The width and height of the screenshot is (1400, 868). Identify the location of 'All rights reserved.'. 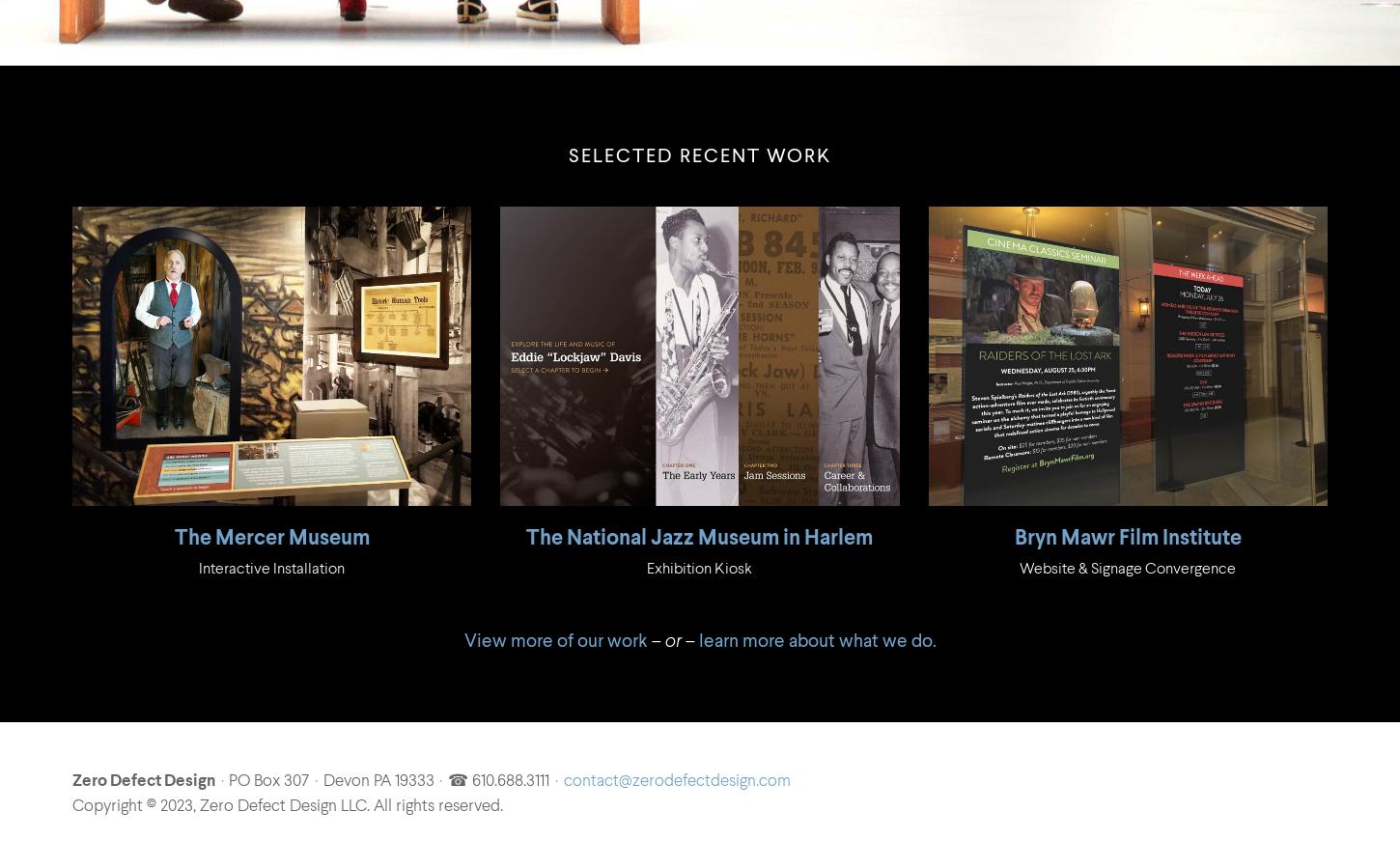
(436, 805).